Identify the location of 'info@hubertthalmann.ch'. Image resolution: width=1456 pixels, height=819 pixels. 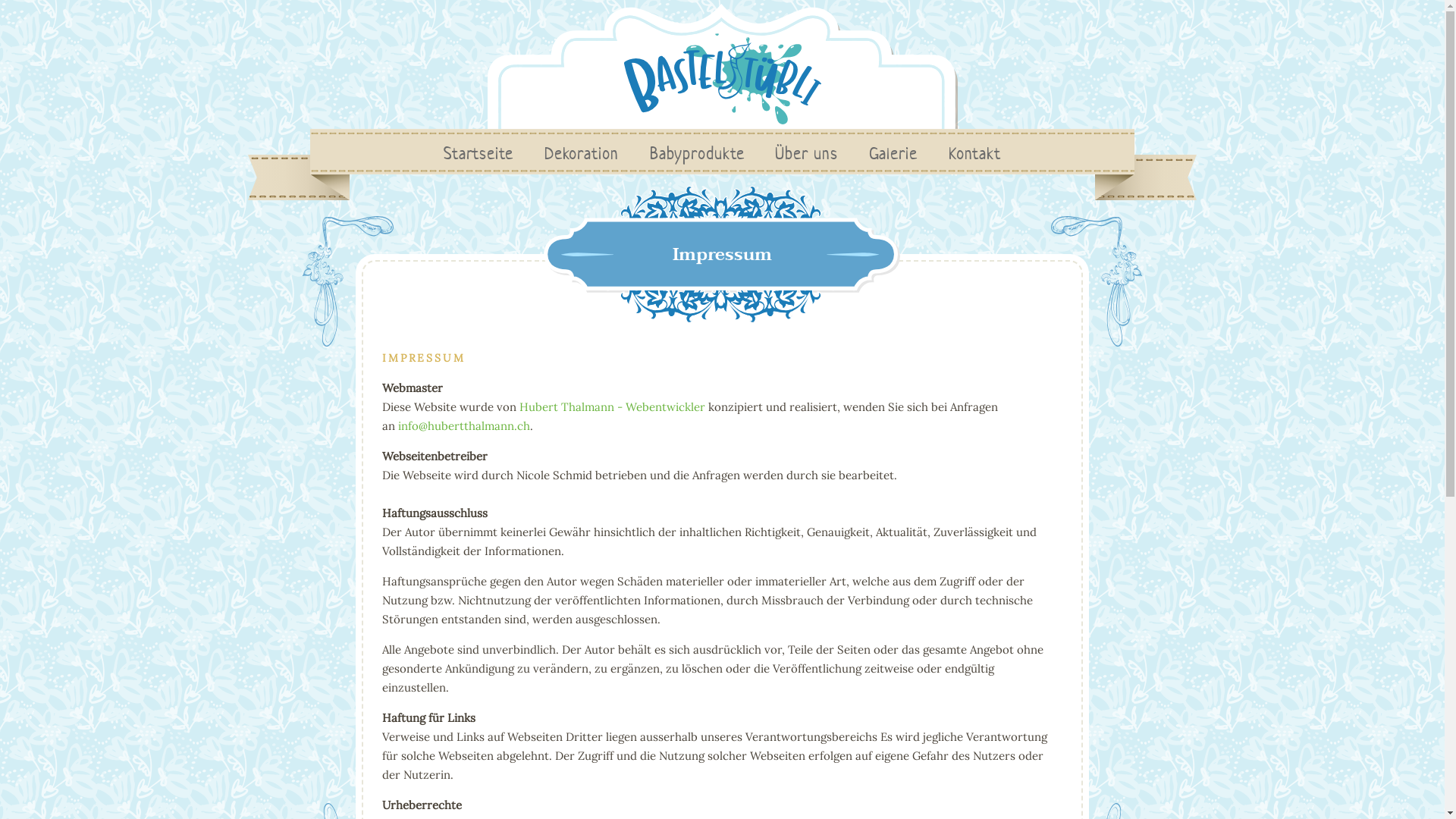
(463, 425).